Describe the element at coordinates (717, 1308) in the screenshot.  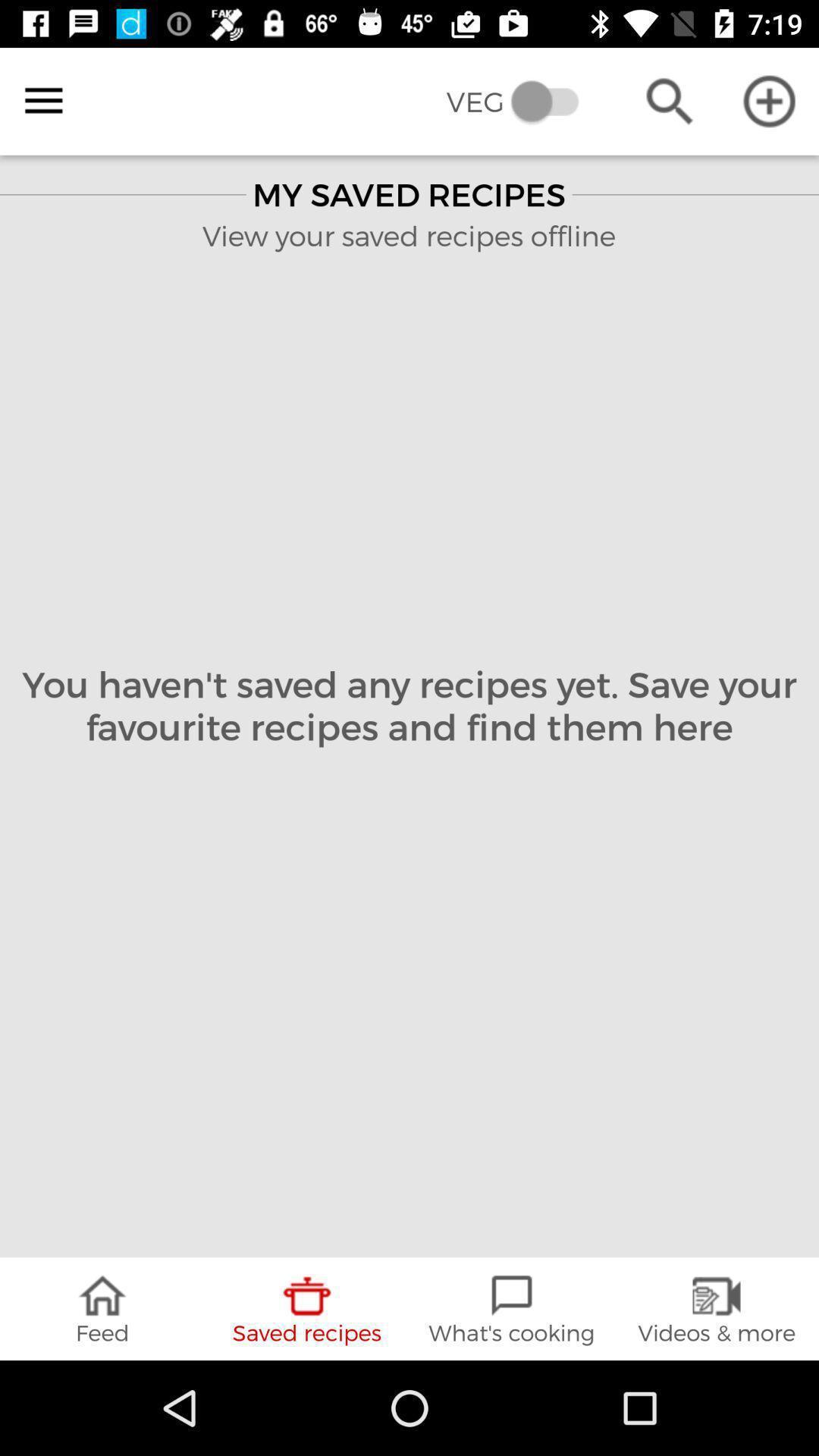
I see `item next to the what's cooking item` at that location.